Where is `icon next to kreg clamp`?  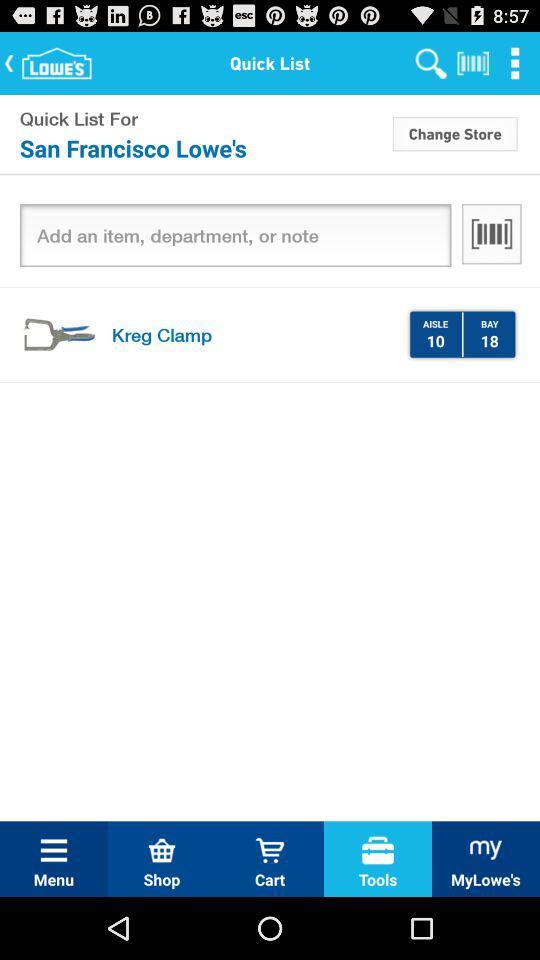
icon next to kreg clamp is located at coordinates (59, 334).